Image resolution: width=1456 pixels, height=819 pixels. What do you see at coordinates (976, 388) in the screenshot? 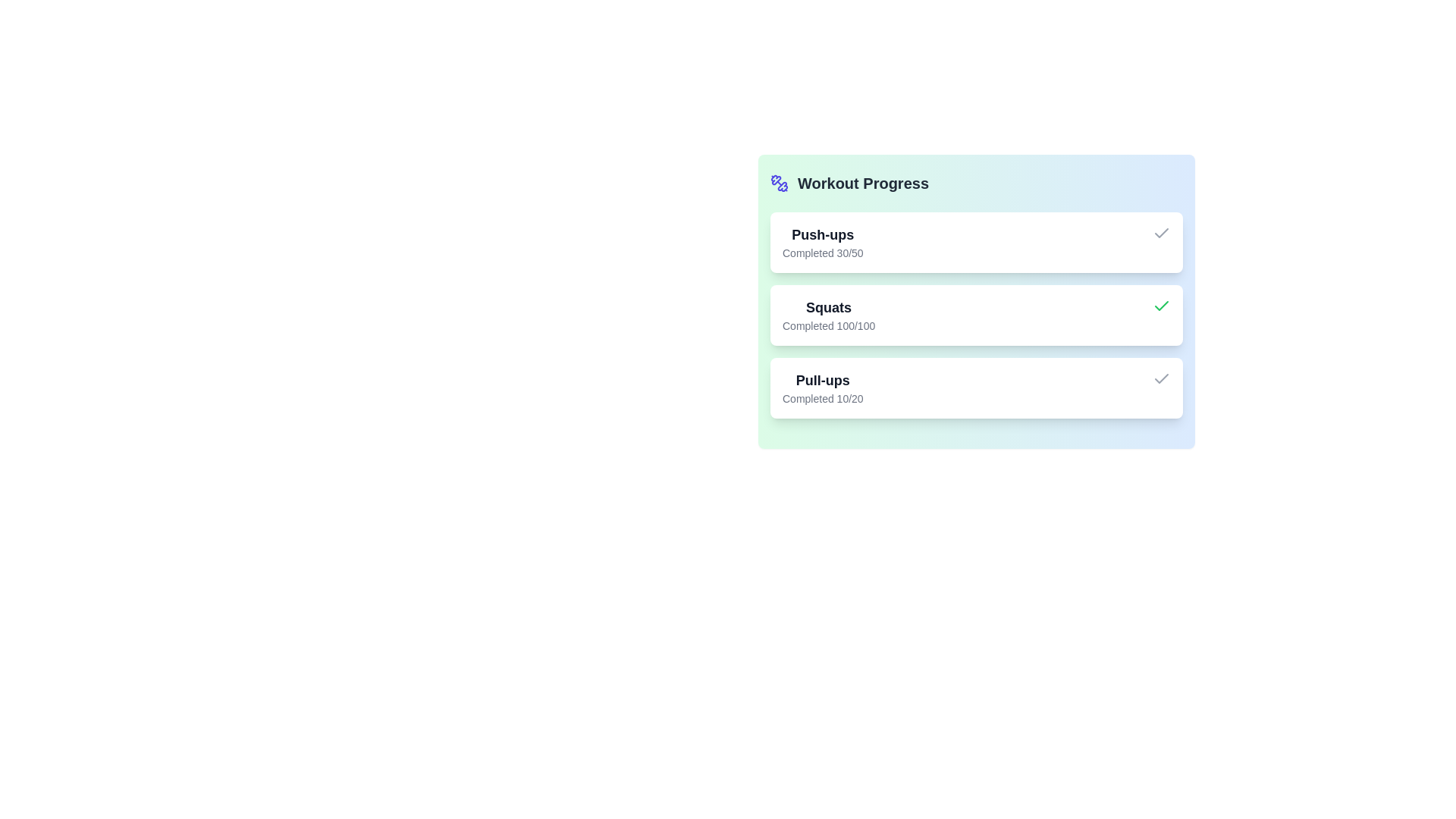
I see `the progress icon of the 'Pull-ups' informational card, which is the third item in a vertical list of workout progress cards` at bounding box center [976, 388].